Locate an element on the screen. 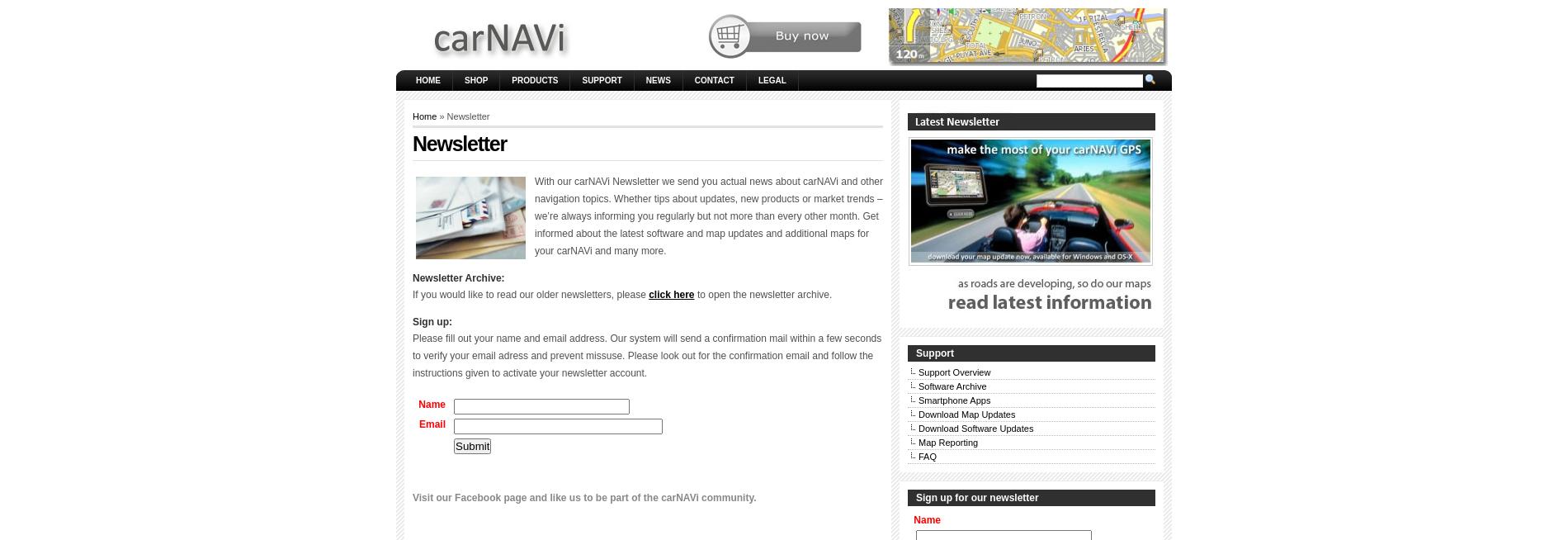  'Contact' is located at coordinates (713, 79).